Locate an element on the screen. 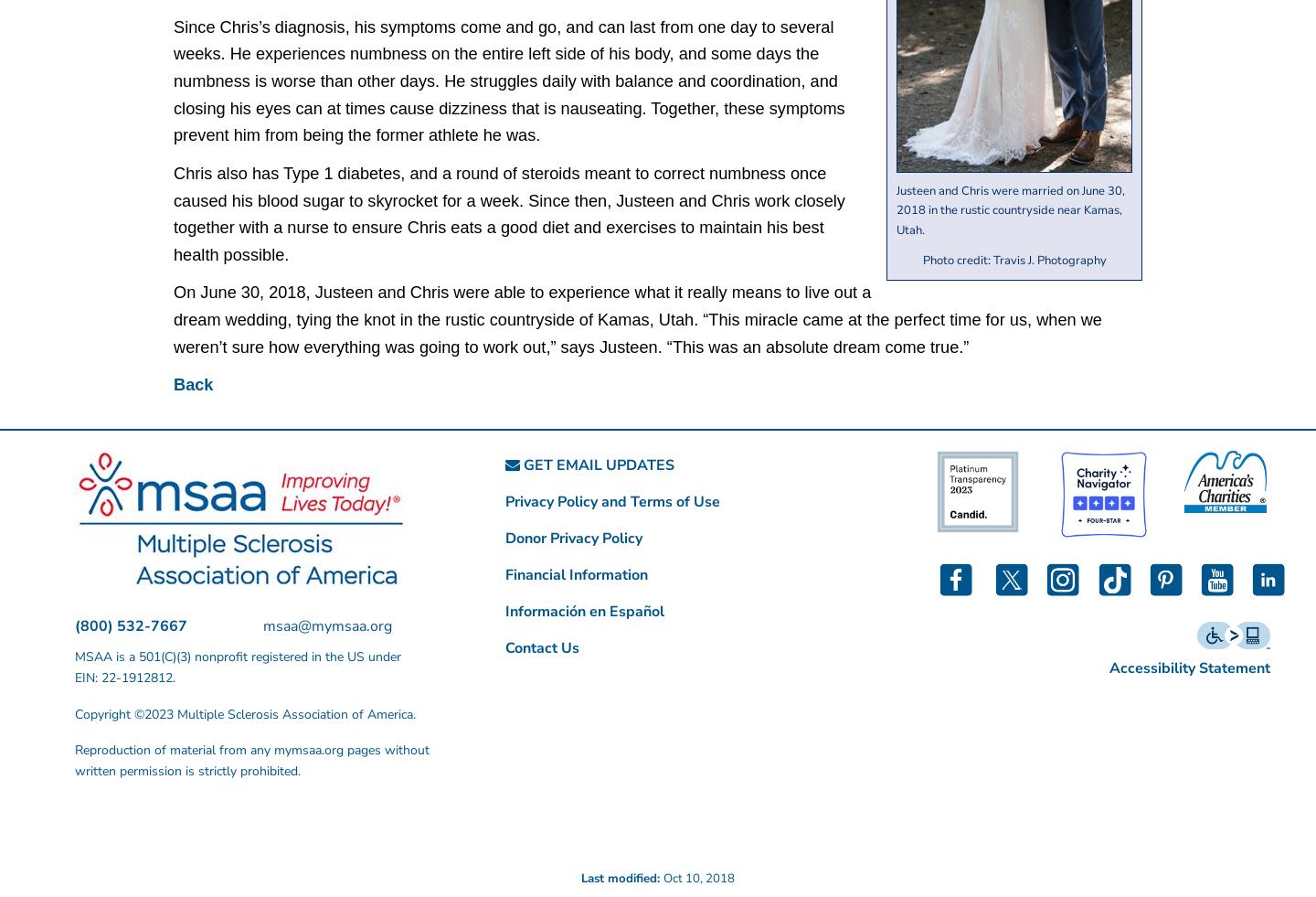  'Información en Español' is located at coordinates (583, 612).